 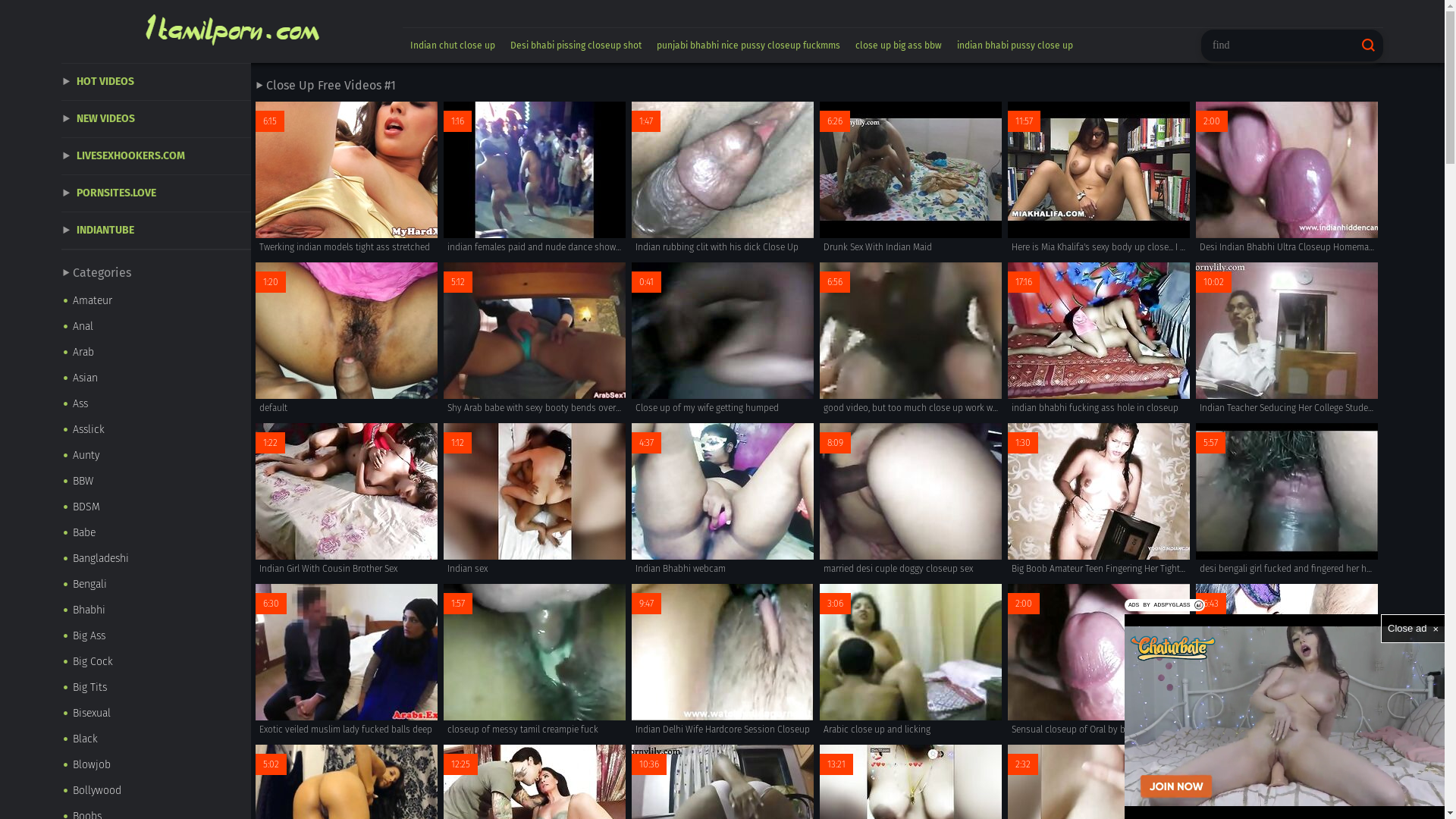 What do you see at coordinates (156, 301) in the screenshot?
I see `'Amateur'` at bounding box center [156, 301].